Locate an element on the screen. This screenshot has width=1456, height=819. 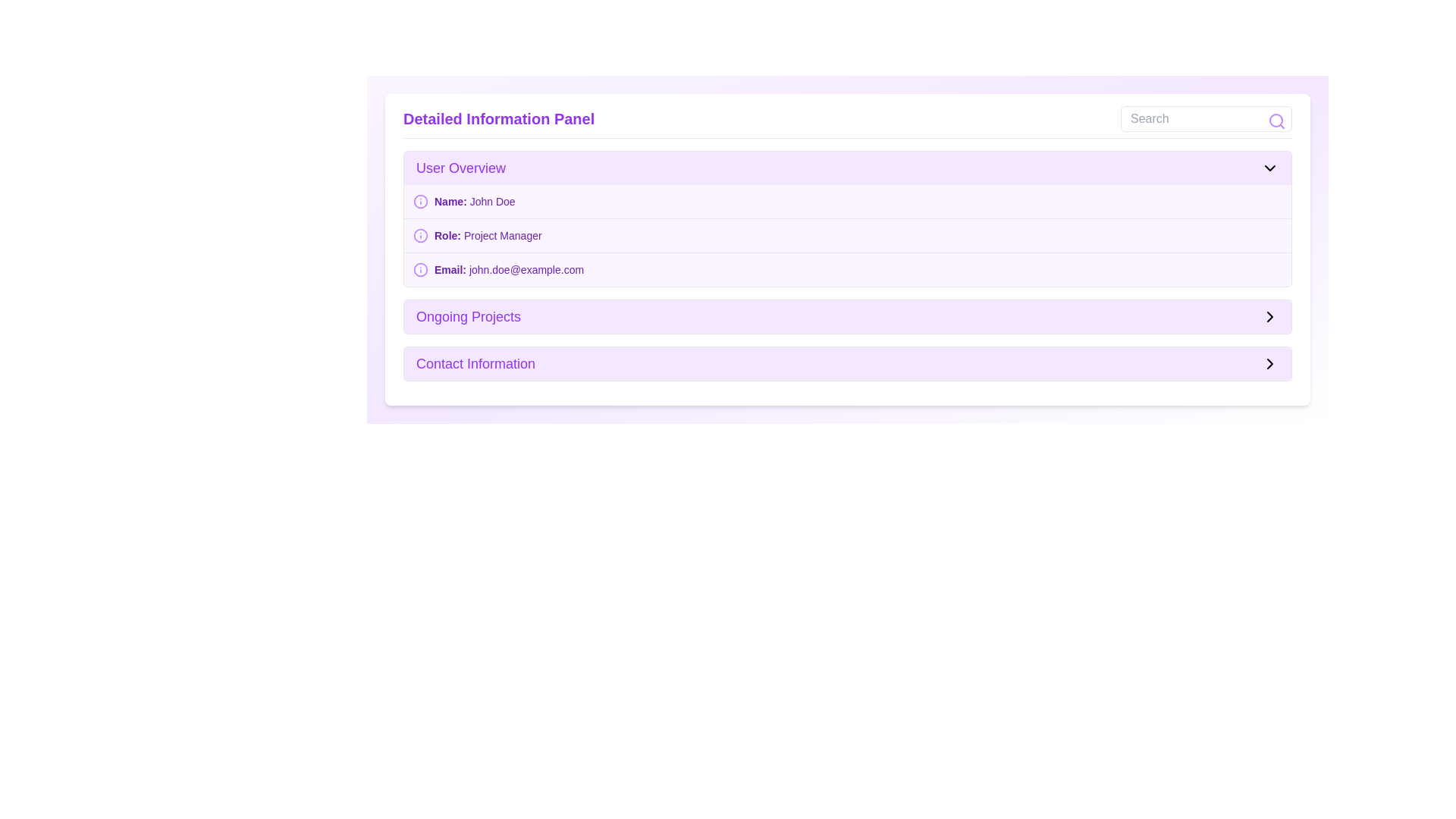
the navigation item located in the middle of the interface, situated between the 'User Overview' and 'Contact Information' sections is located at coordinates (847, 315).